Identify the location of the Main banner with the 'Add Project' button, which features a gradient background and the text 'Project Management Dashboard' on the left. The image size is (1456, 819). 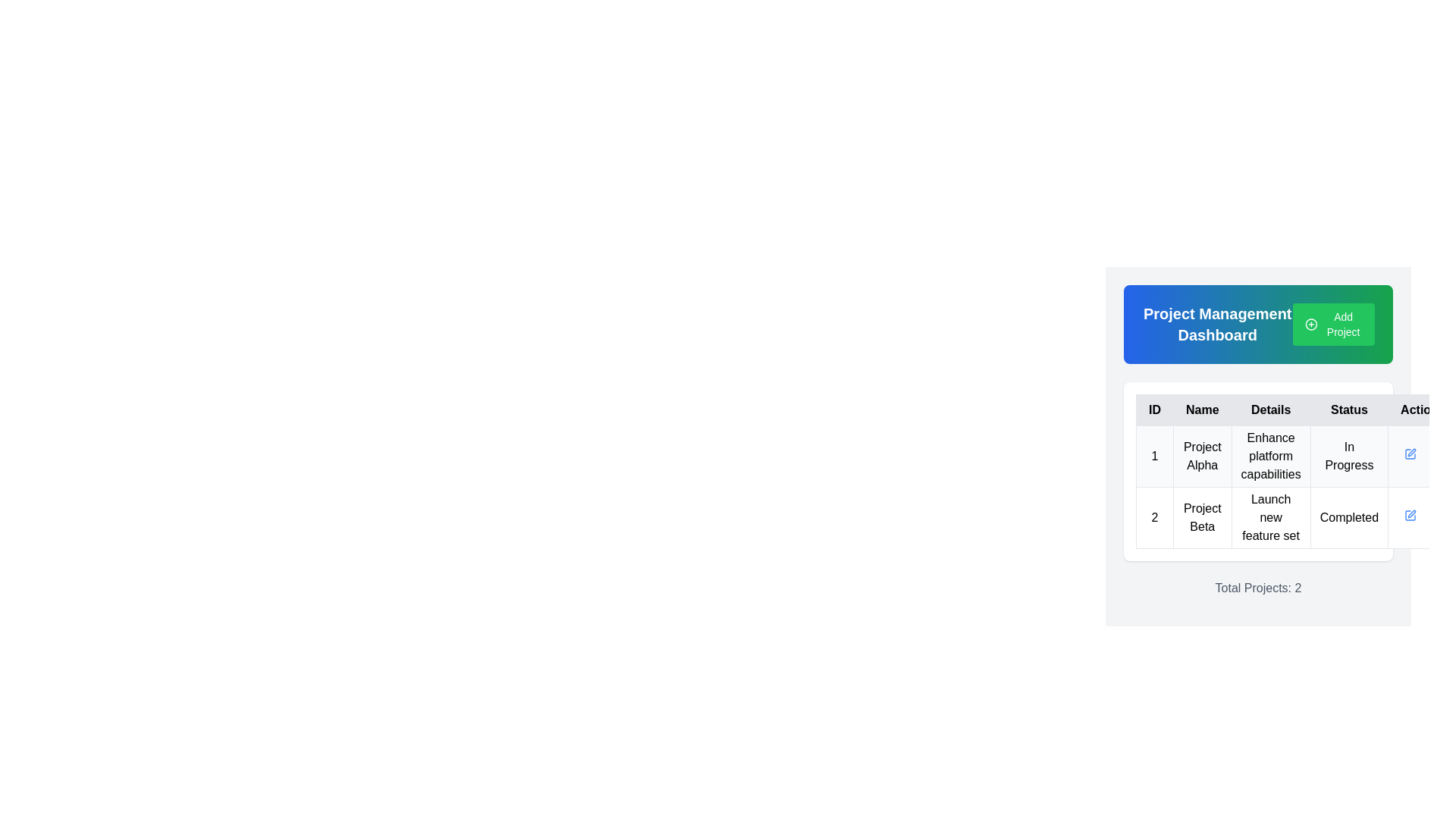
(1258, 324).